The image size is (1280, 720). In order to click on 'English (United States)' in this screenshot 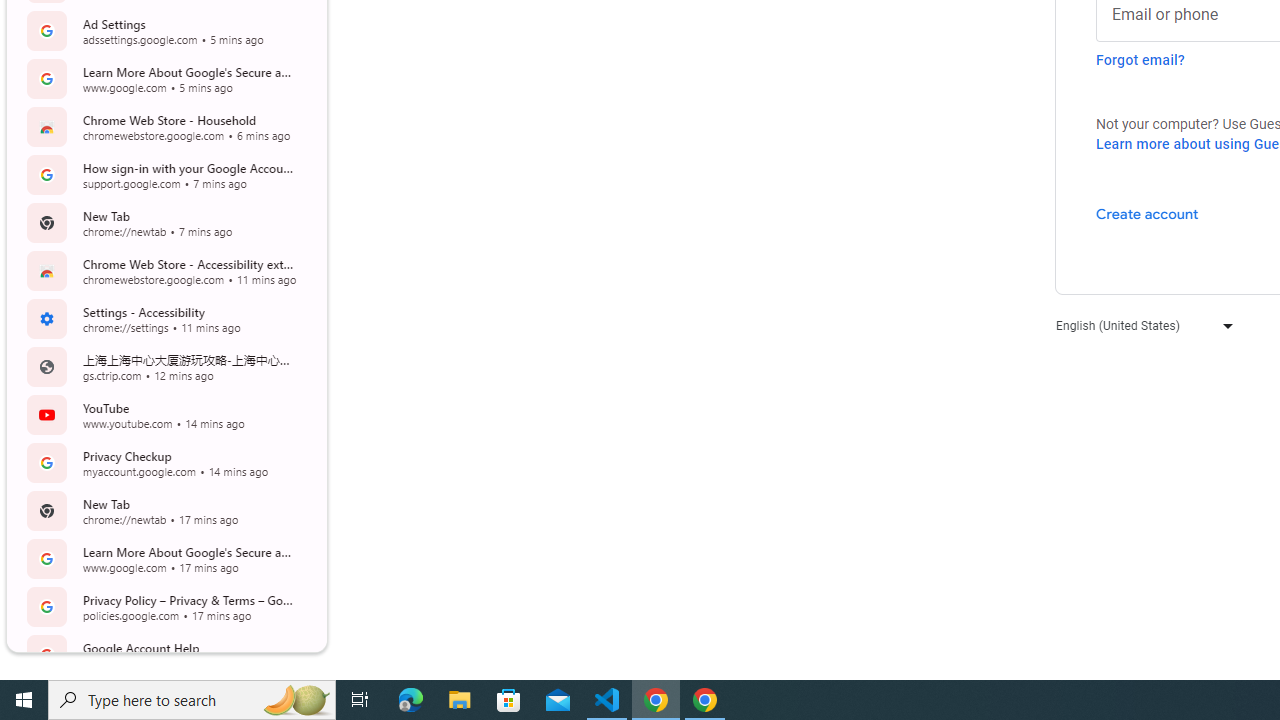, I will do `click(1139, 324)`.